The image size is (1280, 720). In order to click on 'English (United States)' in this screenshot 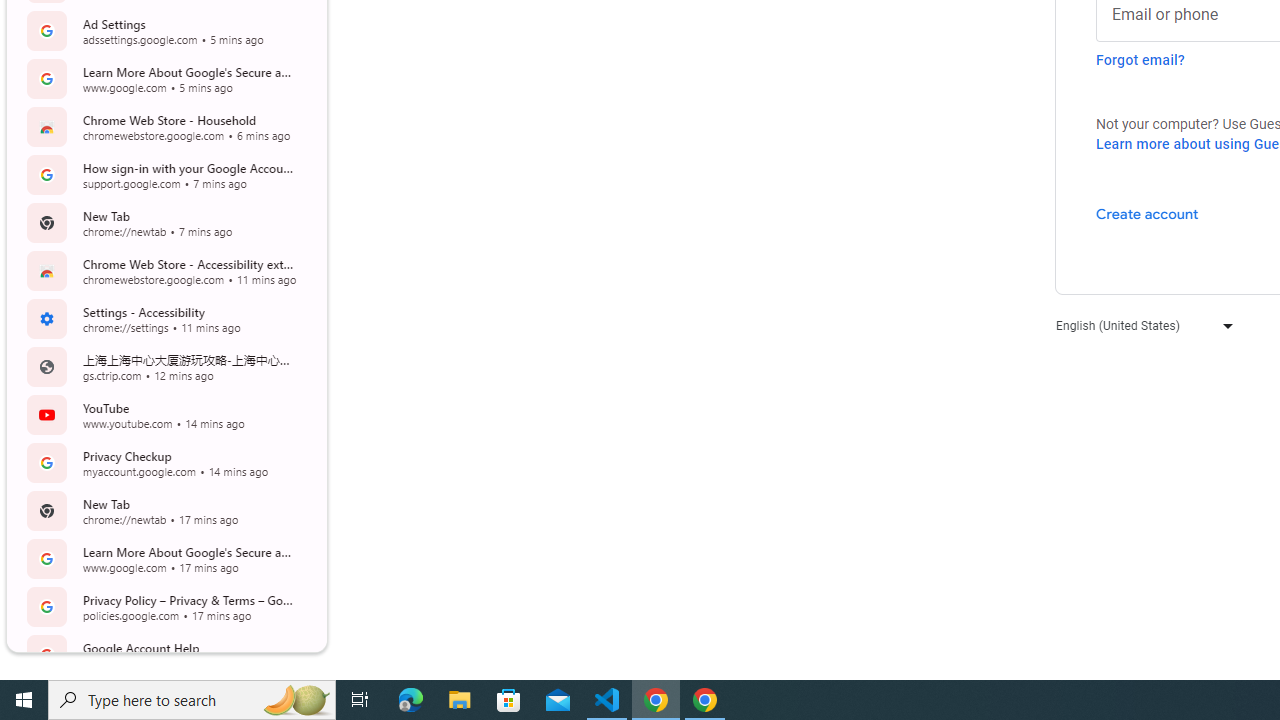, I will do `click(1139, 324)`.